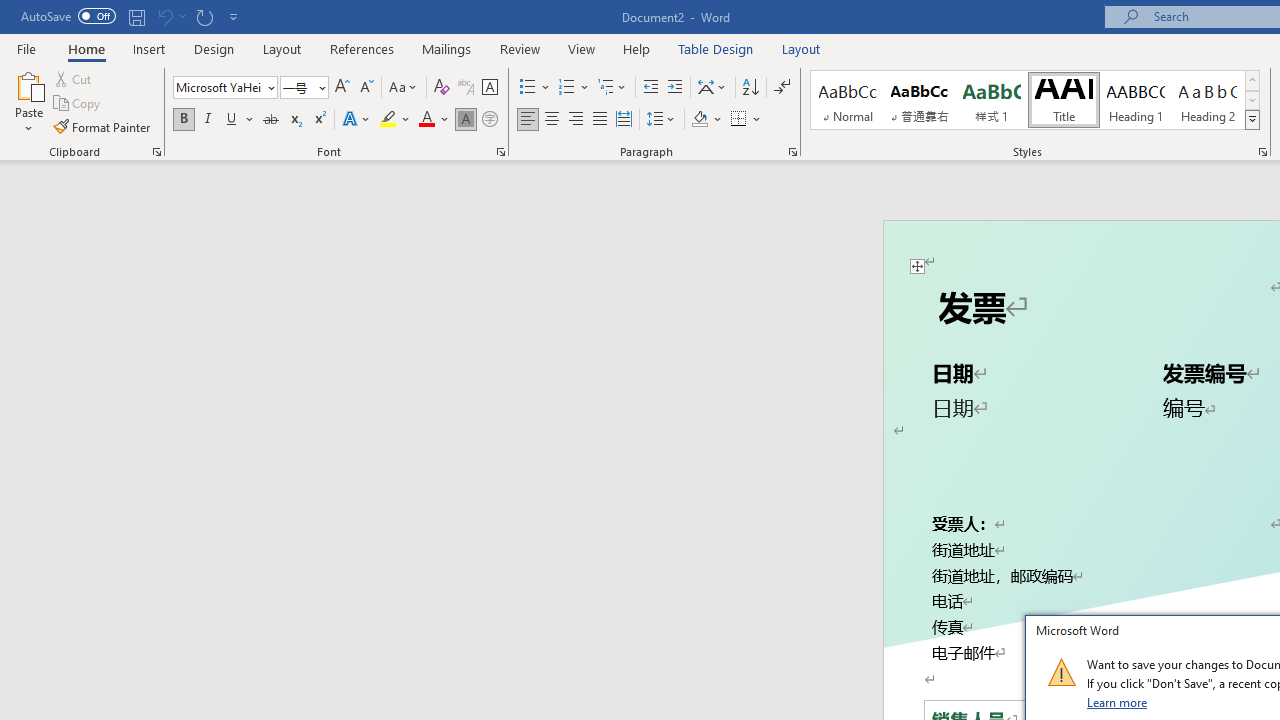 The image size is (1280, 720). What do you see at coordinates (1117, 701) in the screenshot?
I see `'Learn more'` at bounding box center [1117, 701].